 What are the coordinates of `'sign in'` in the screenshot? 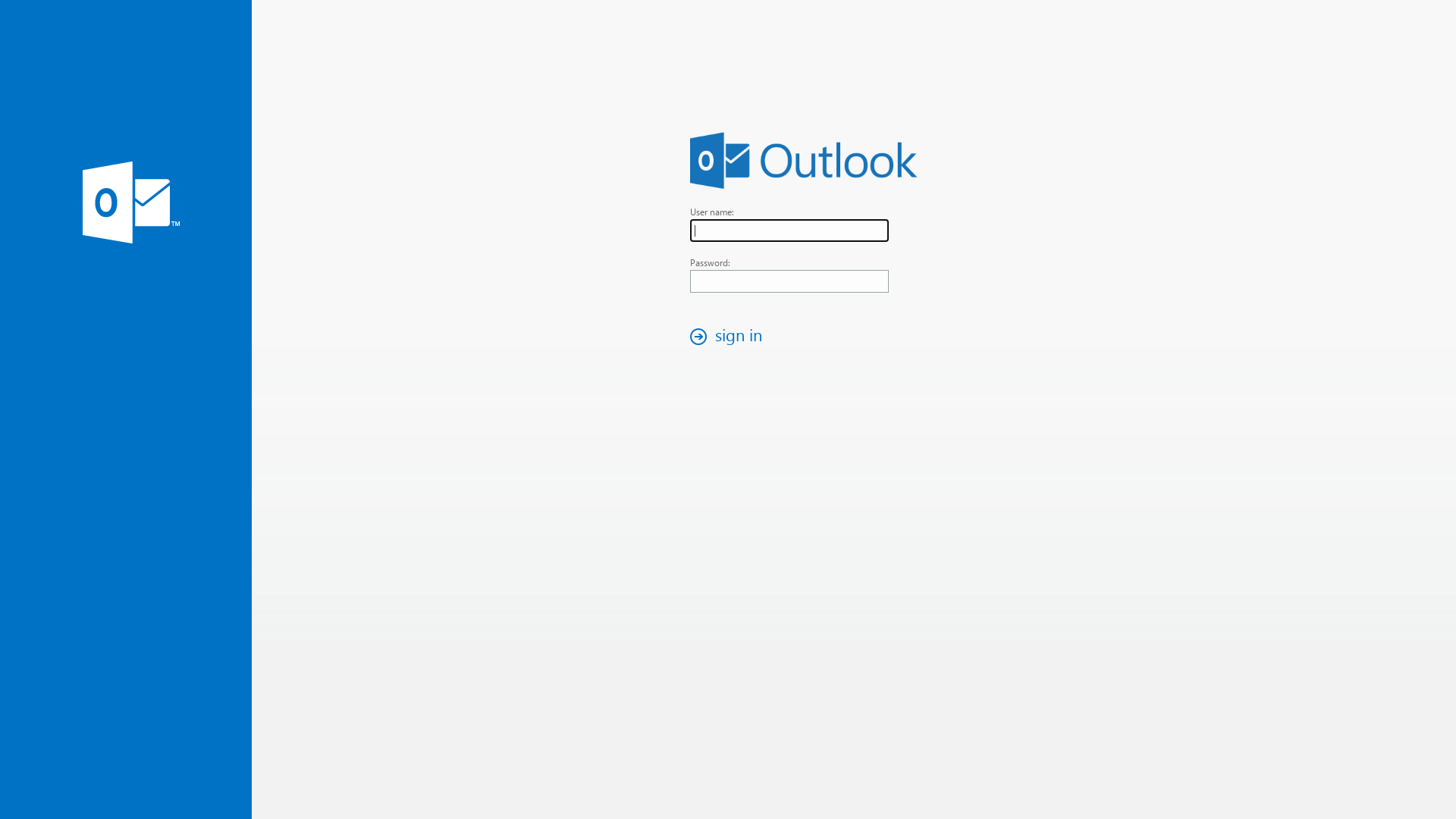 It's located at (730, 335).